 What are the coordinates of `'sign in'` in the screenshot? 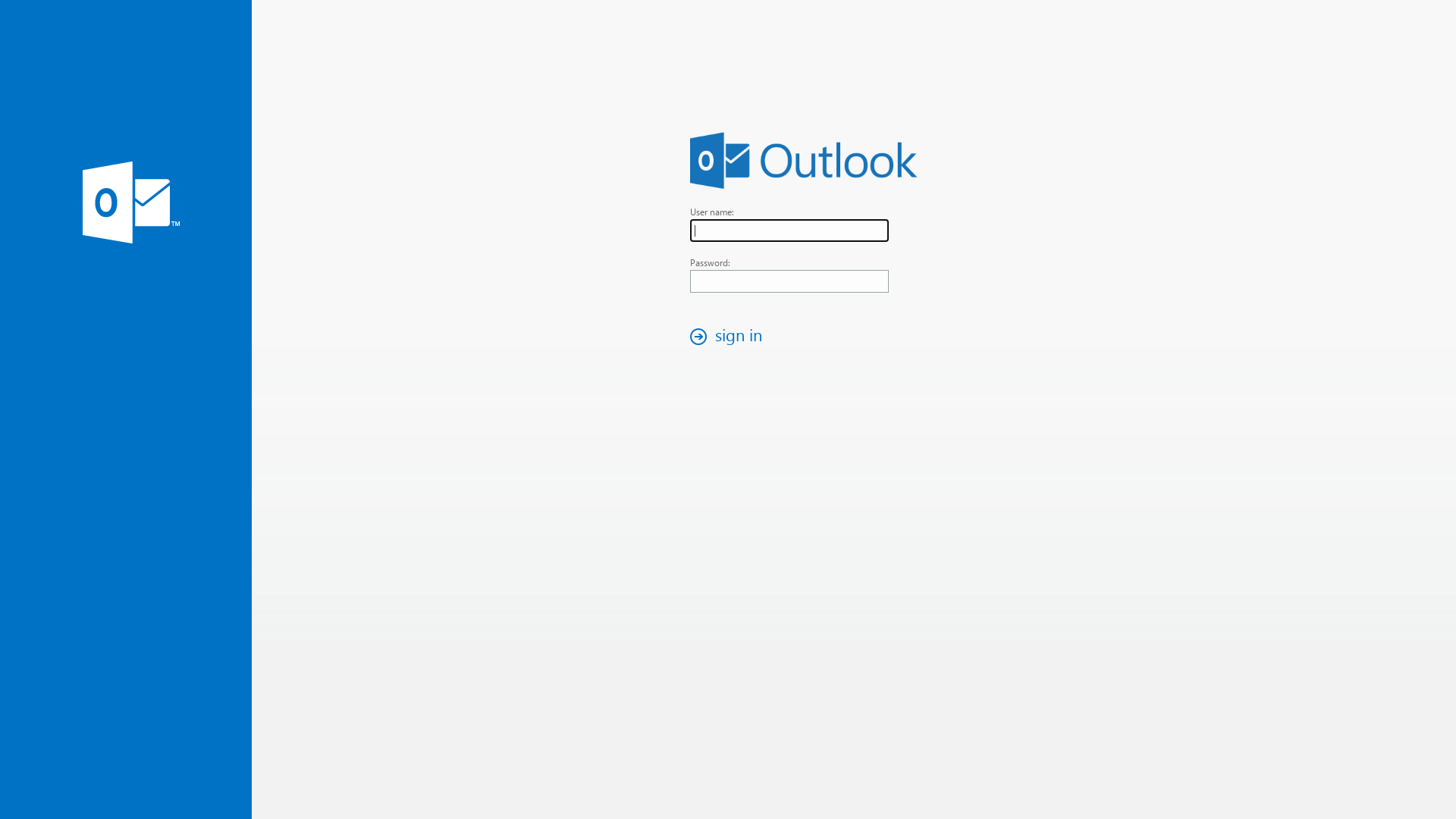 It's located at (730, 335).